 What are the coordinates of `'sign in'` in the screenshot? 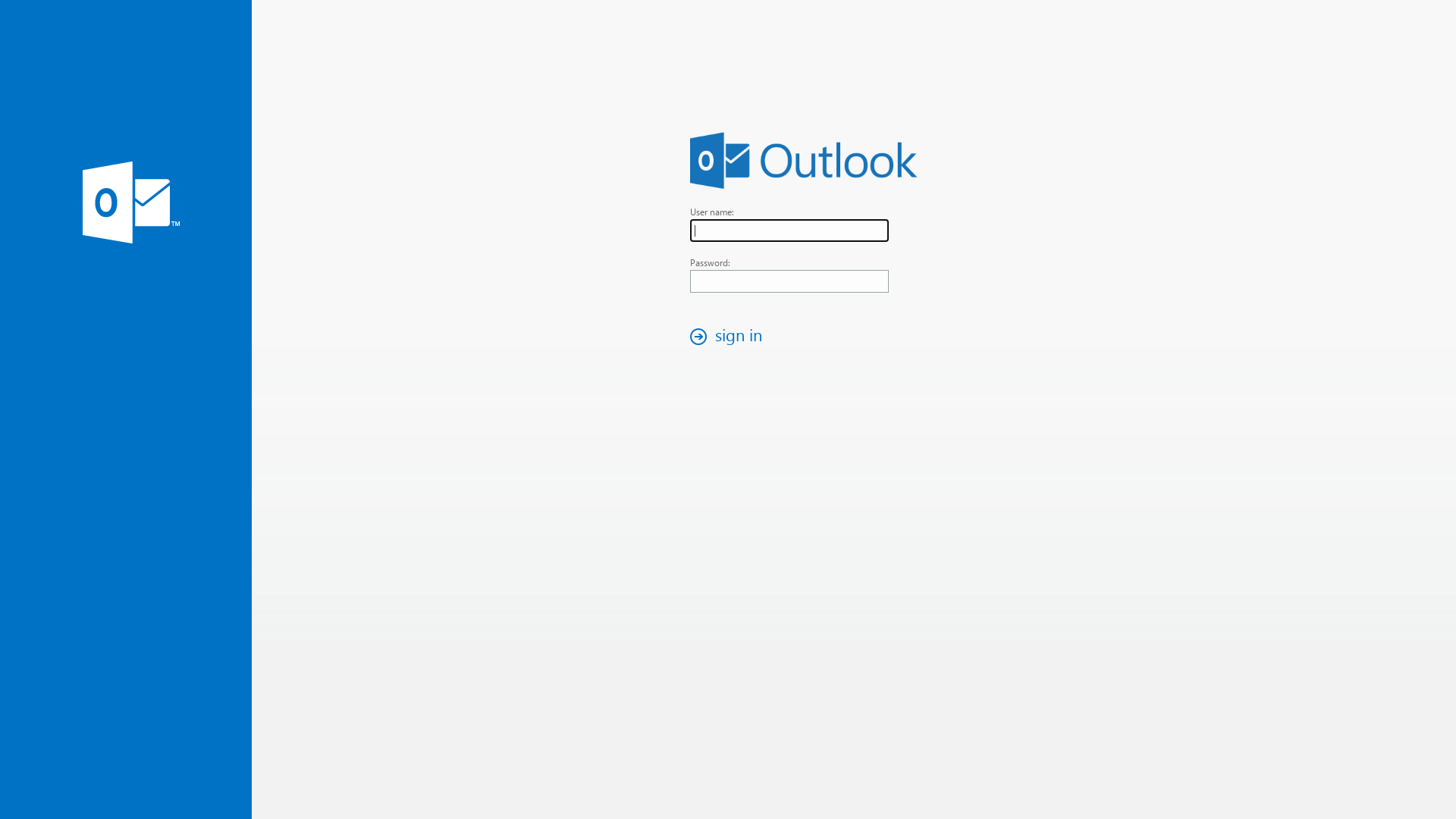 It's located at (730, 335).